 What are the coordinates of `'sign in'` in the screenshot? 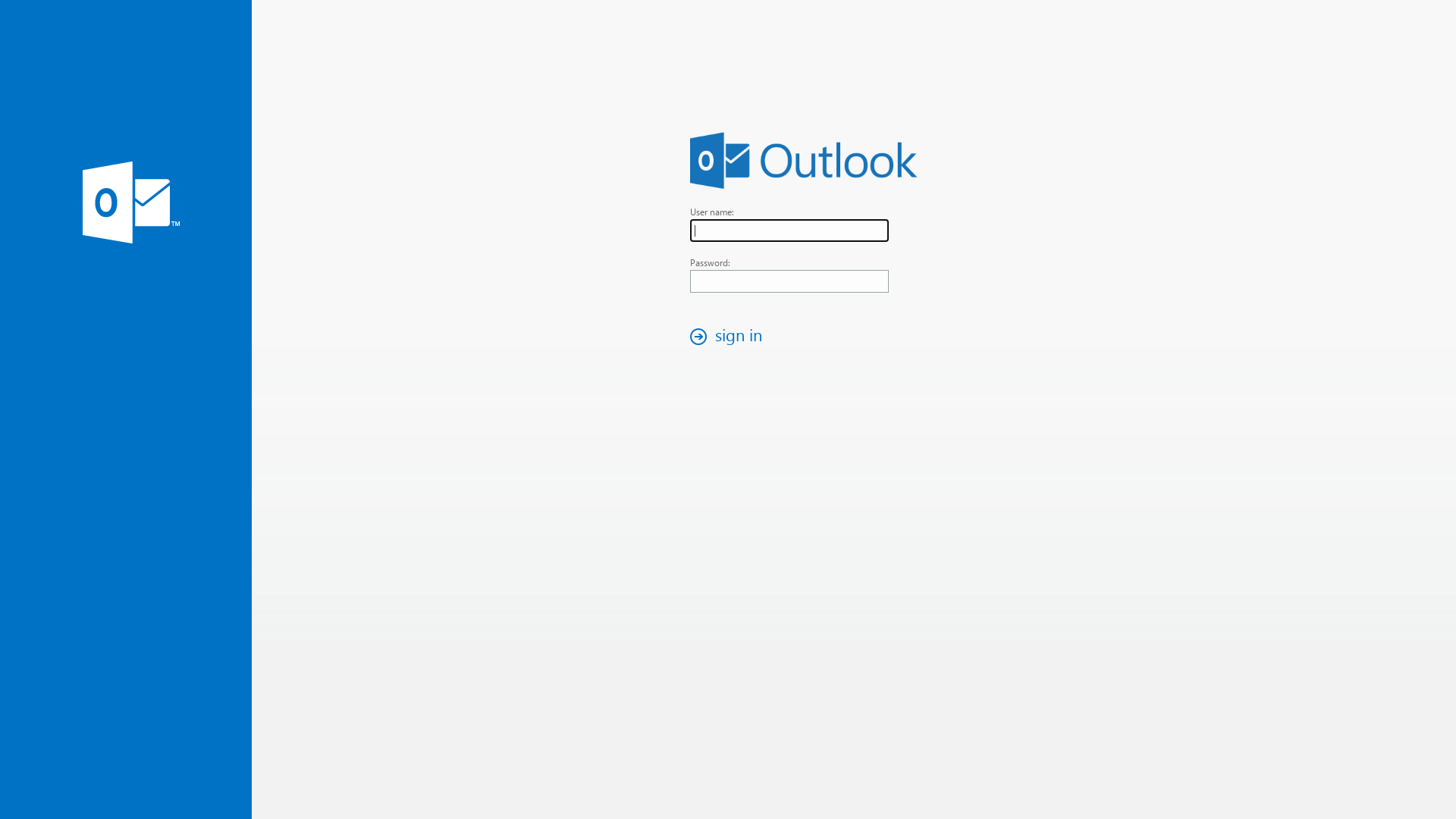 It's located at (730, 335).